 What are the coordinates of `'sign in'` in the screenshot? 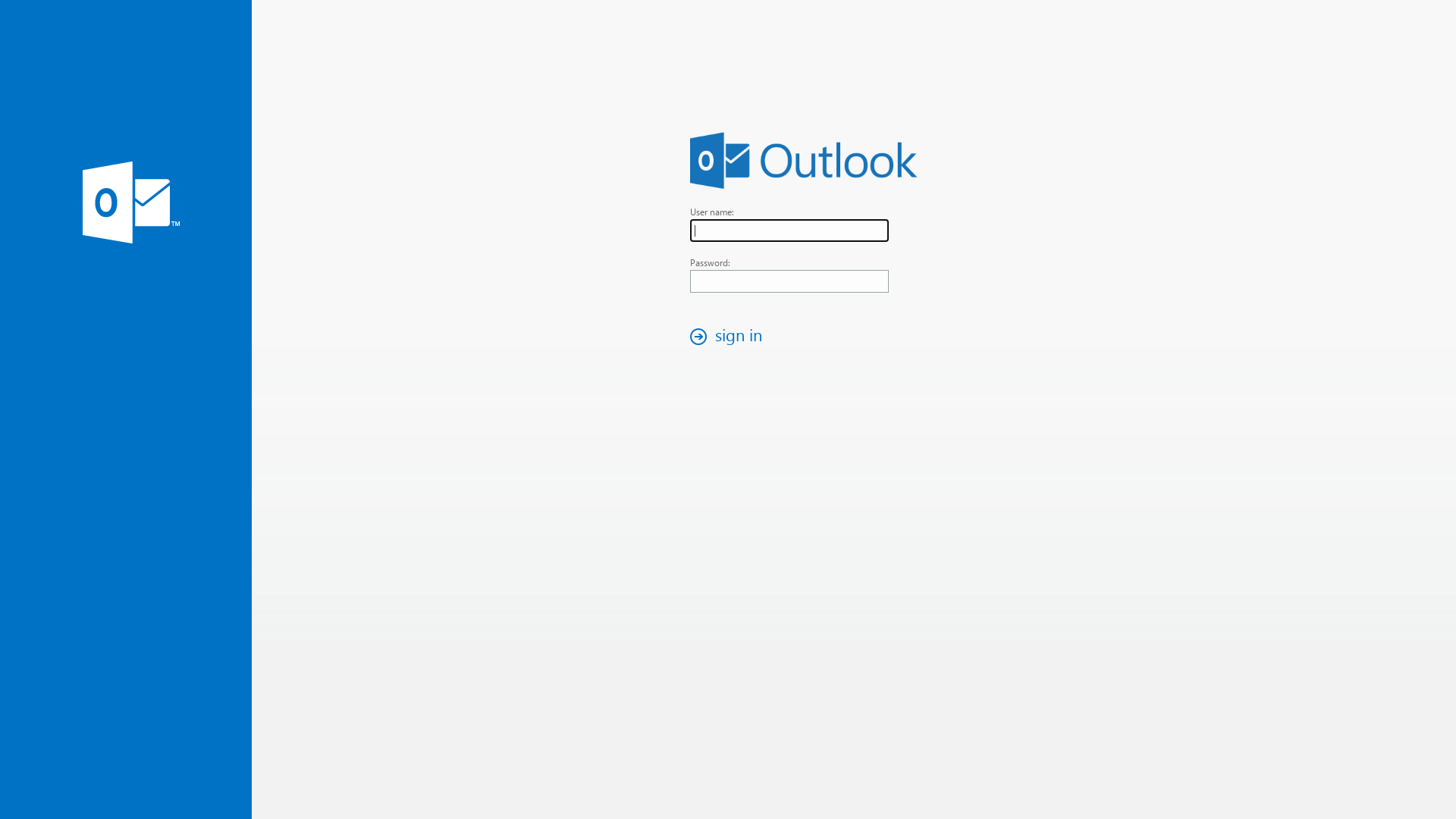 It's located at (730, 335).